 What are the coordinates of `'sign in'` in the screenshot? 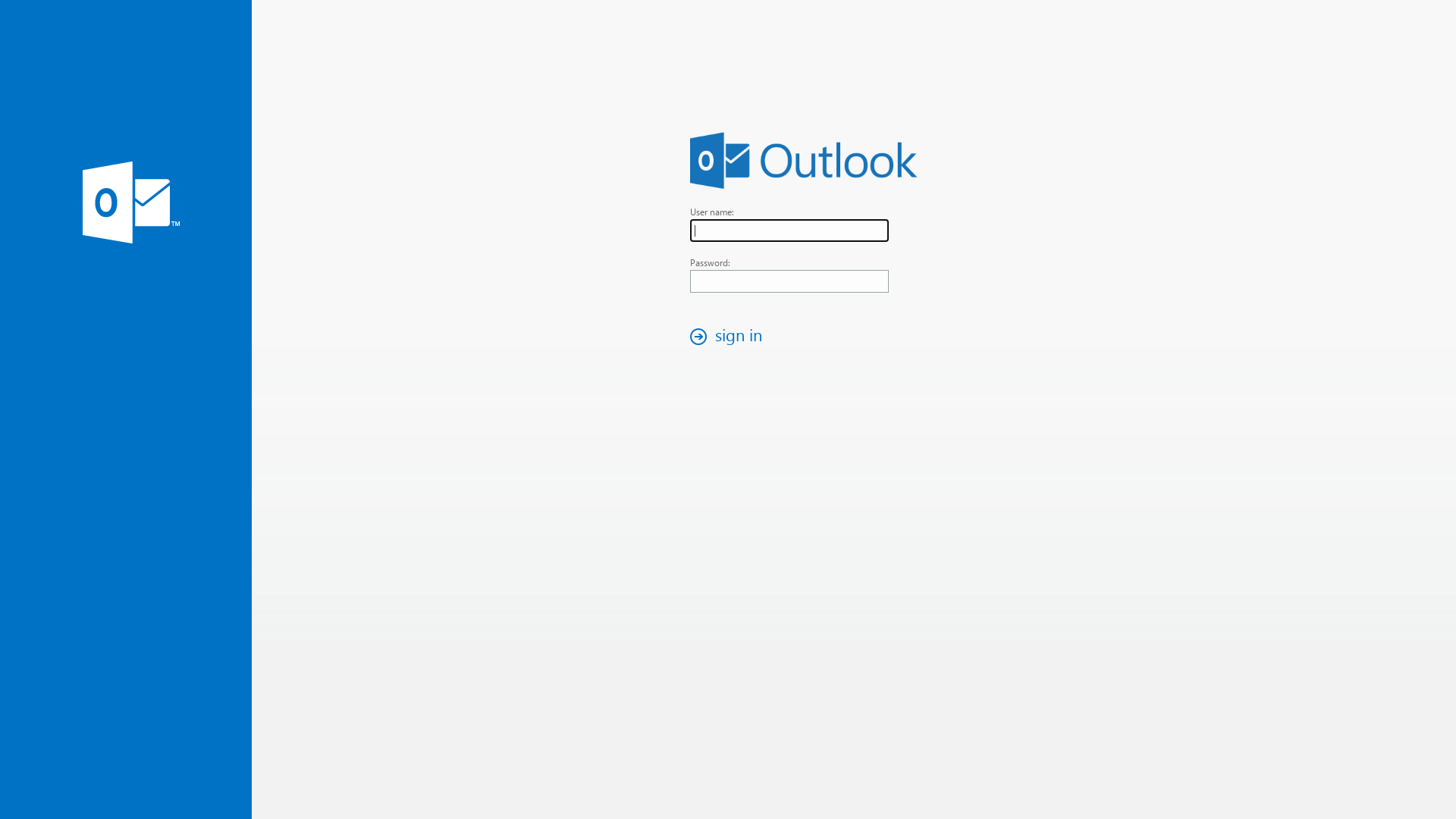 It's located at (730, 335).